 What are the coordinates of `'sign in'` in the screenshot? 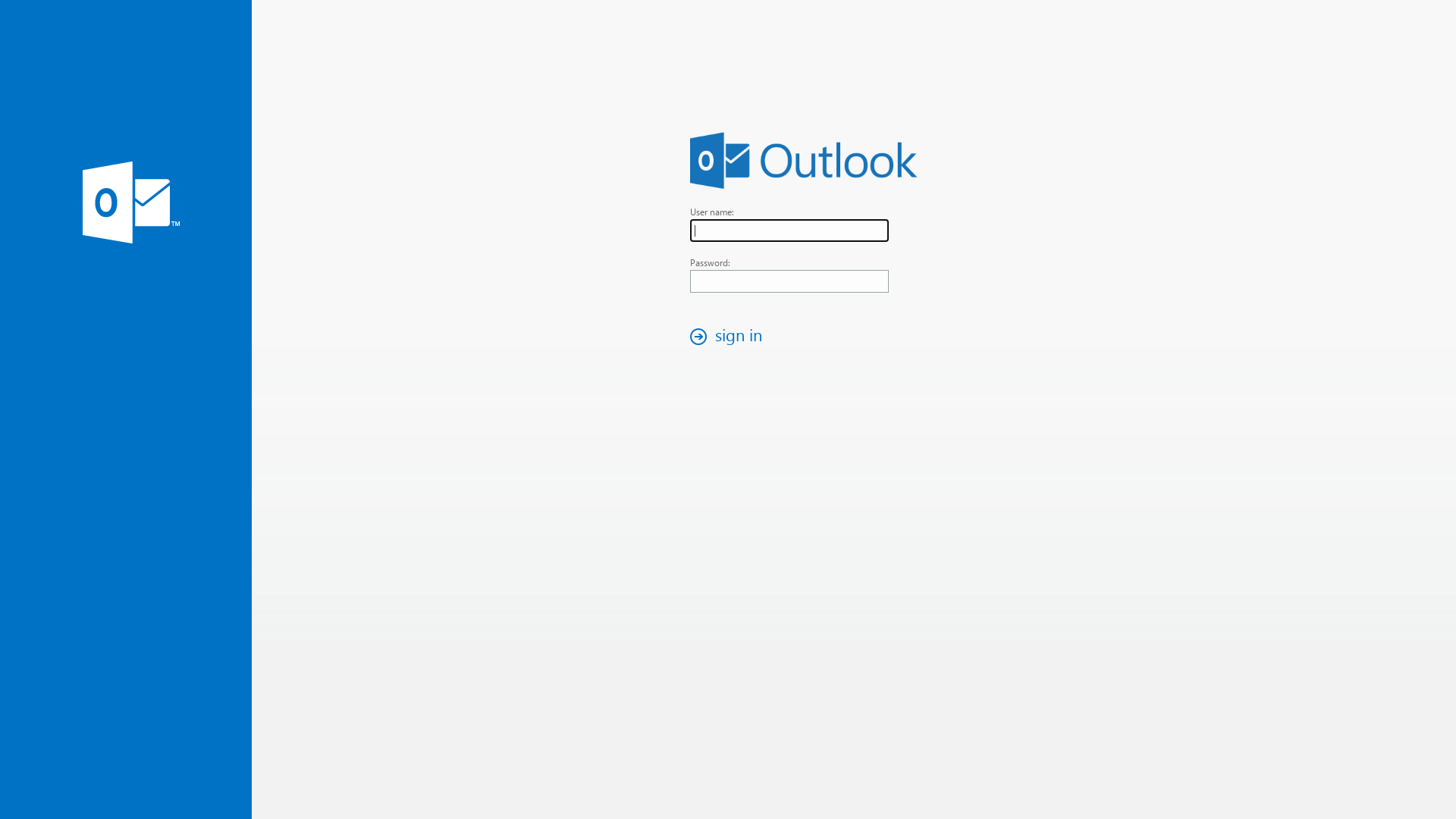 It's located at (730, 335).